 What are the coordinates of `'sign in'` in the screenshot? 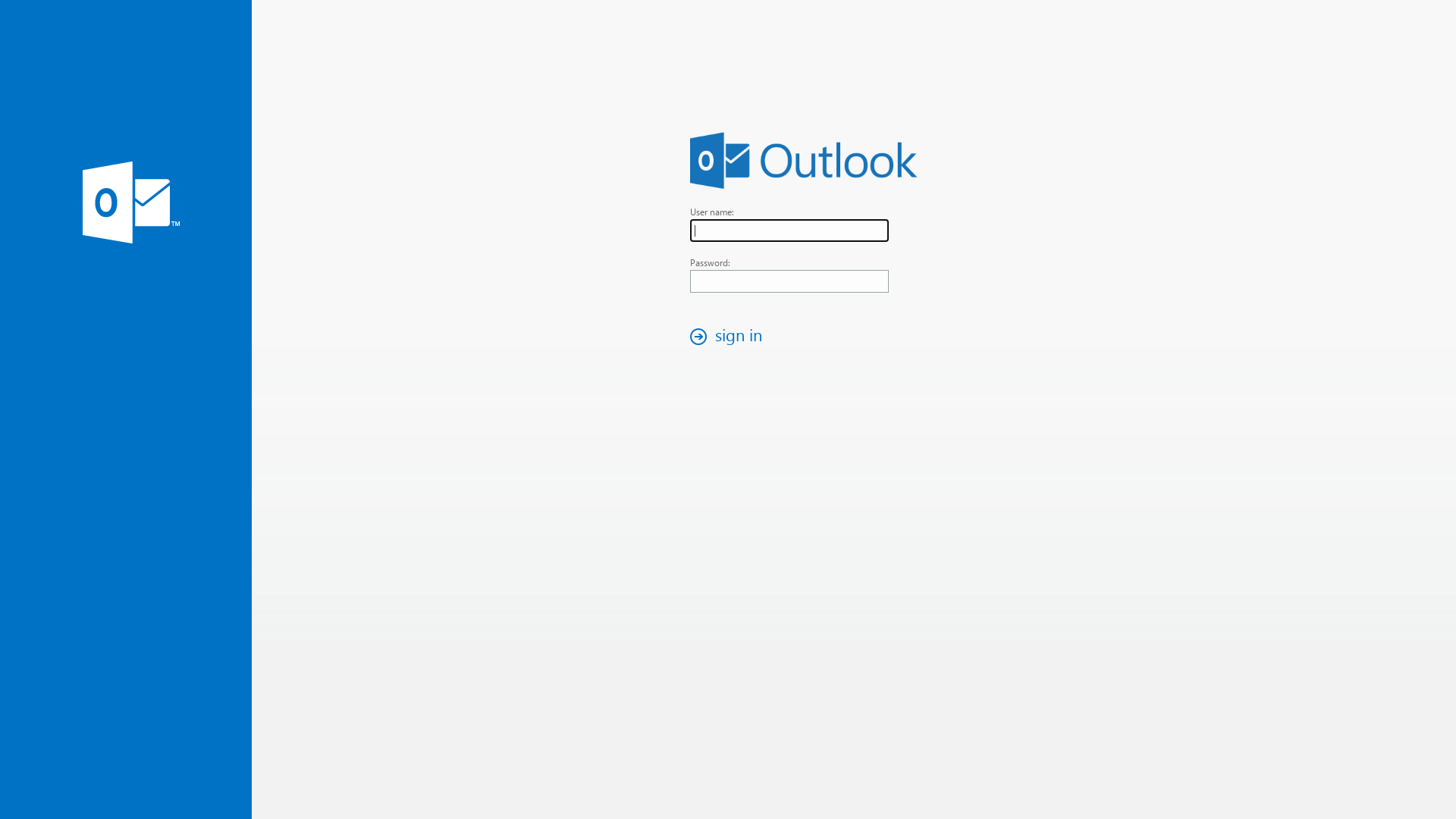 It's located at (730, 335).